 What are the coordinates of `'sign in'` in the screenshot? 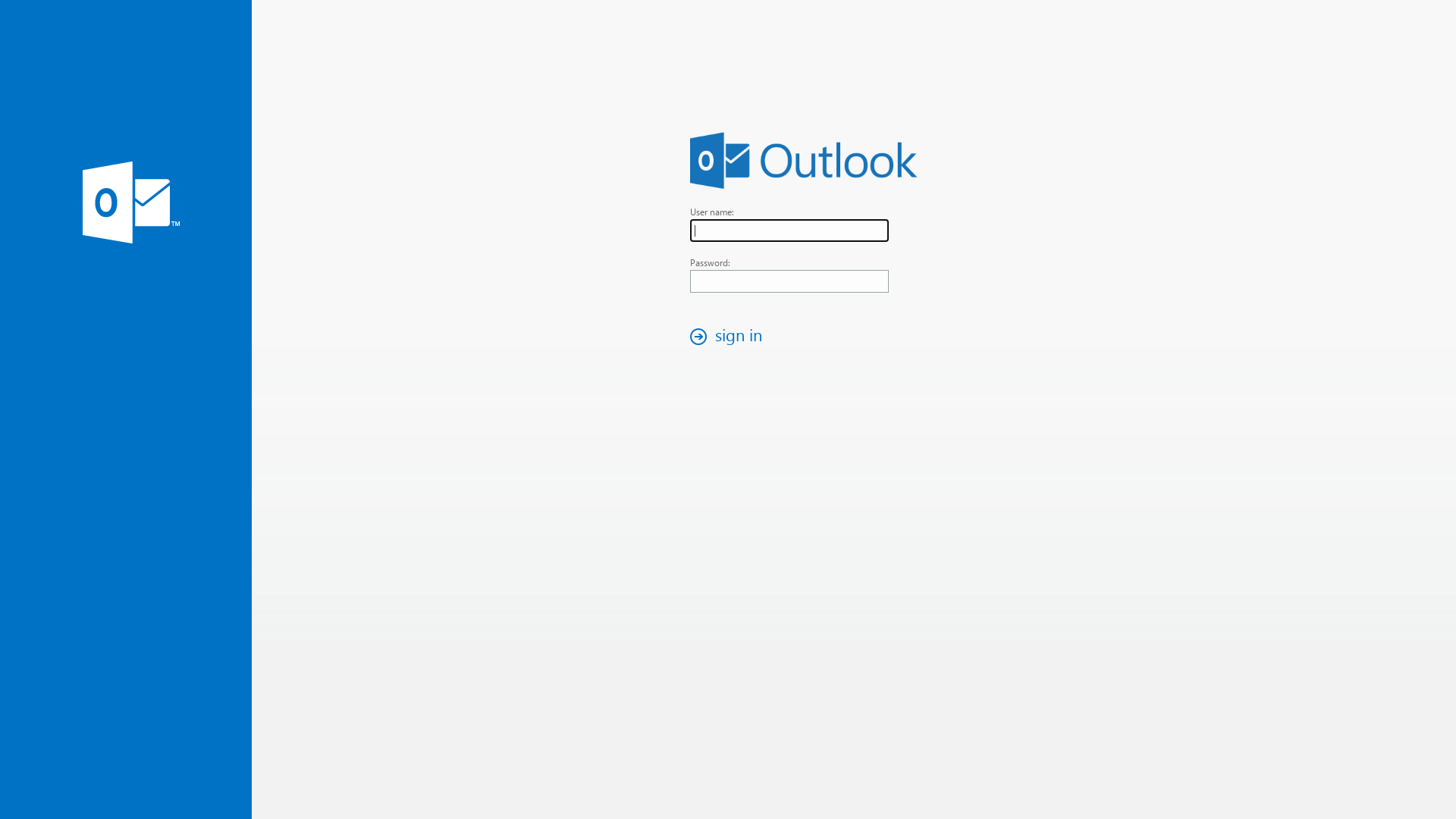 It's located at (730, 335).